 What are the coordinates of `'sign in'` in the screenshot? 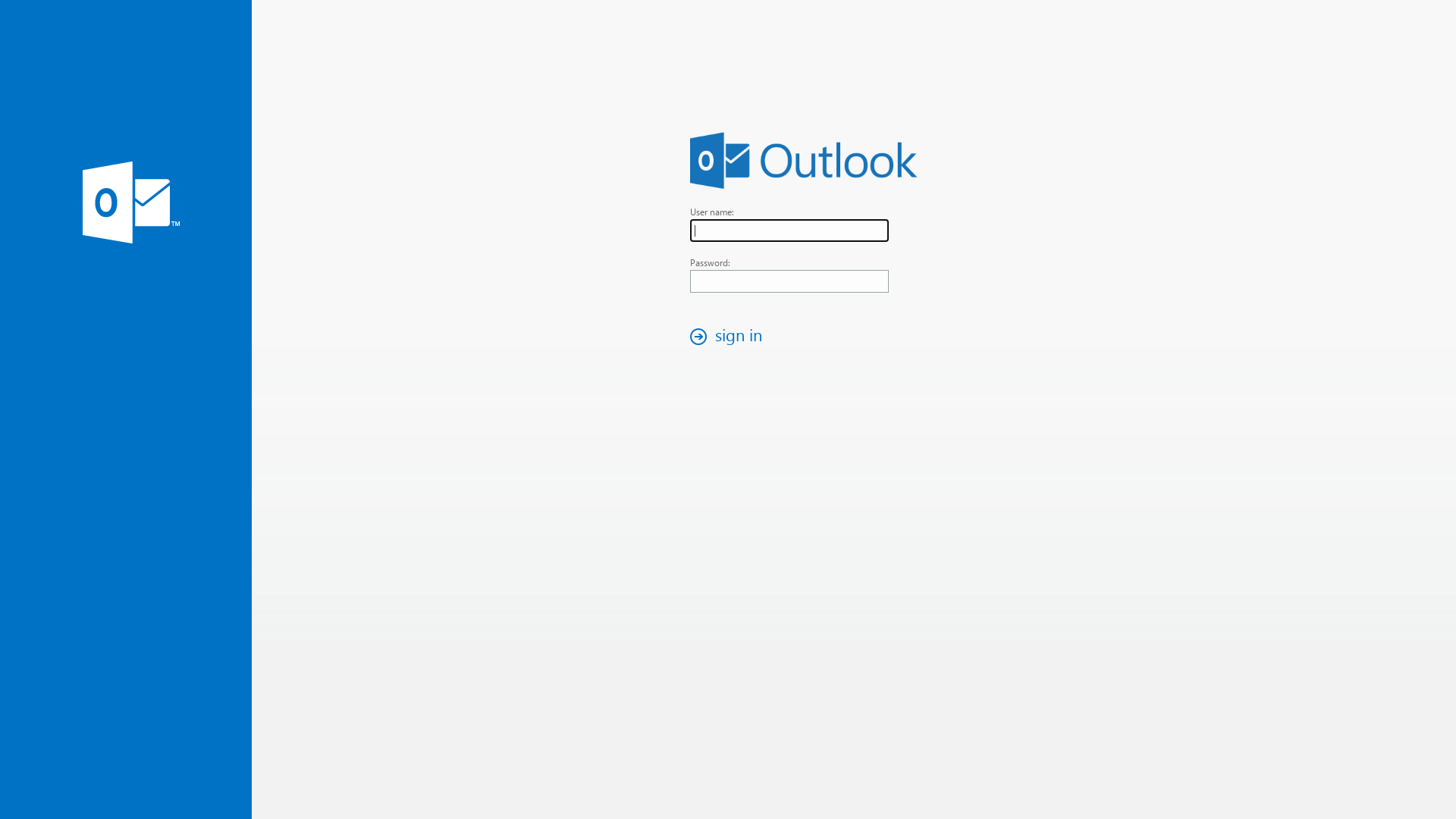 It's located at (730, 335).